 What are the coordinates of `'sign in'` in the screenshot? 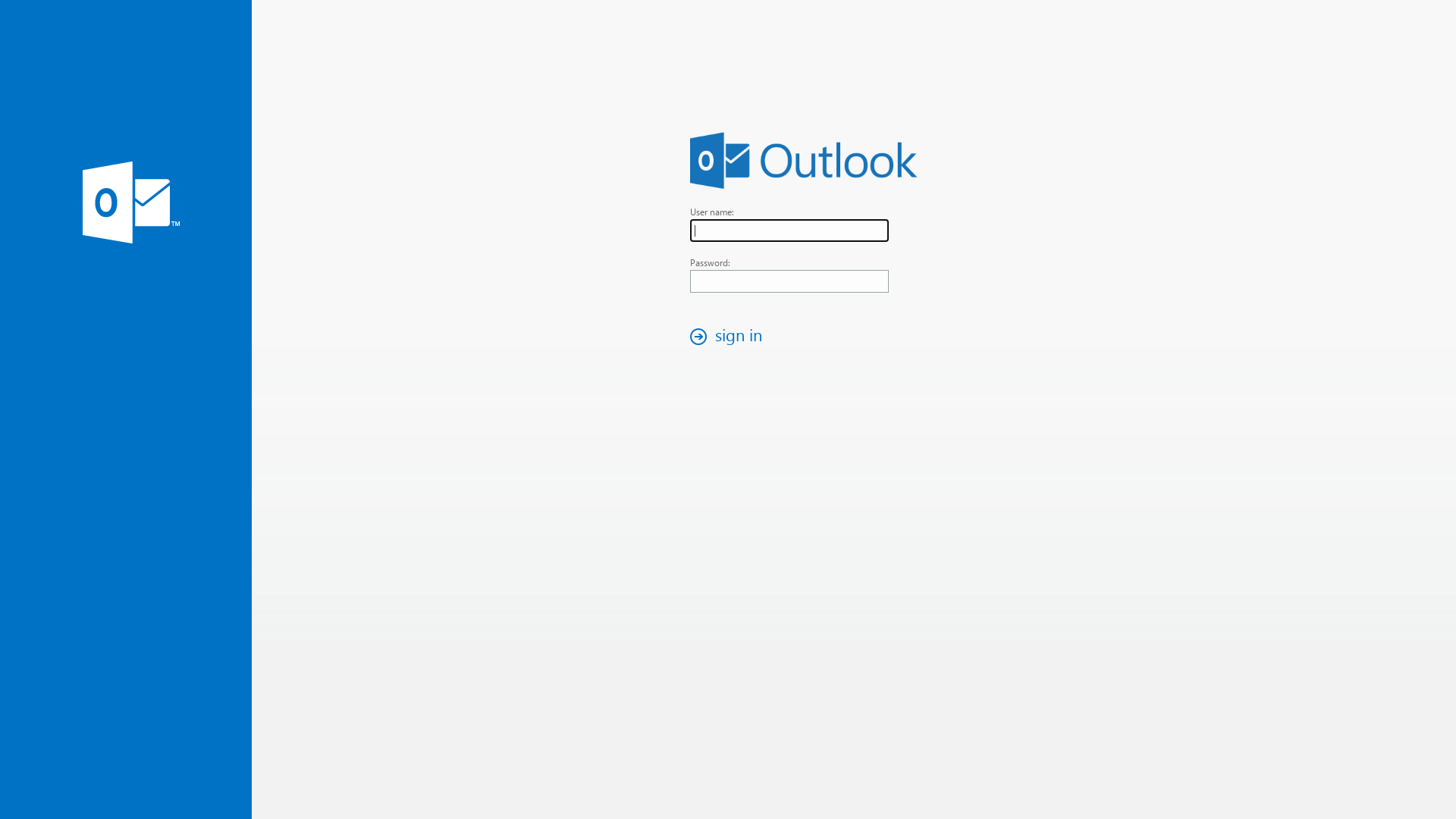 It's located at (730, 335).